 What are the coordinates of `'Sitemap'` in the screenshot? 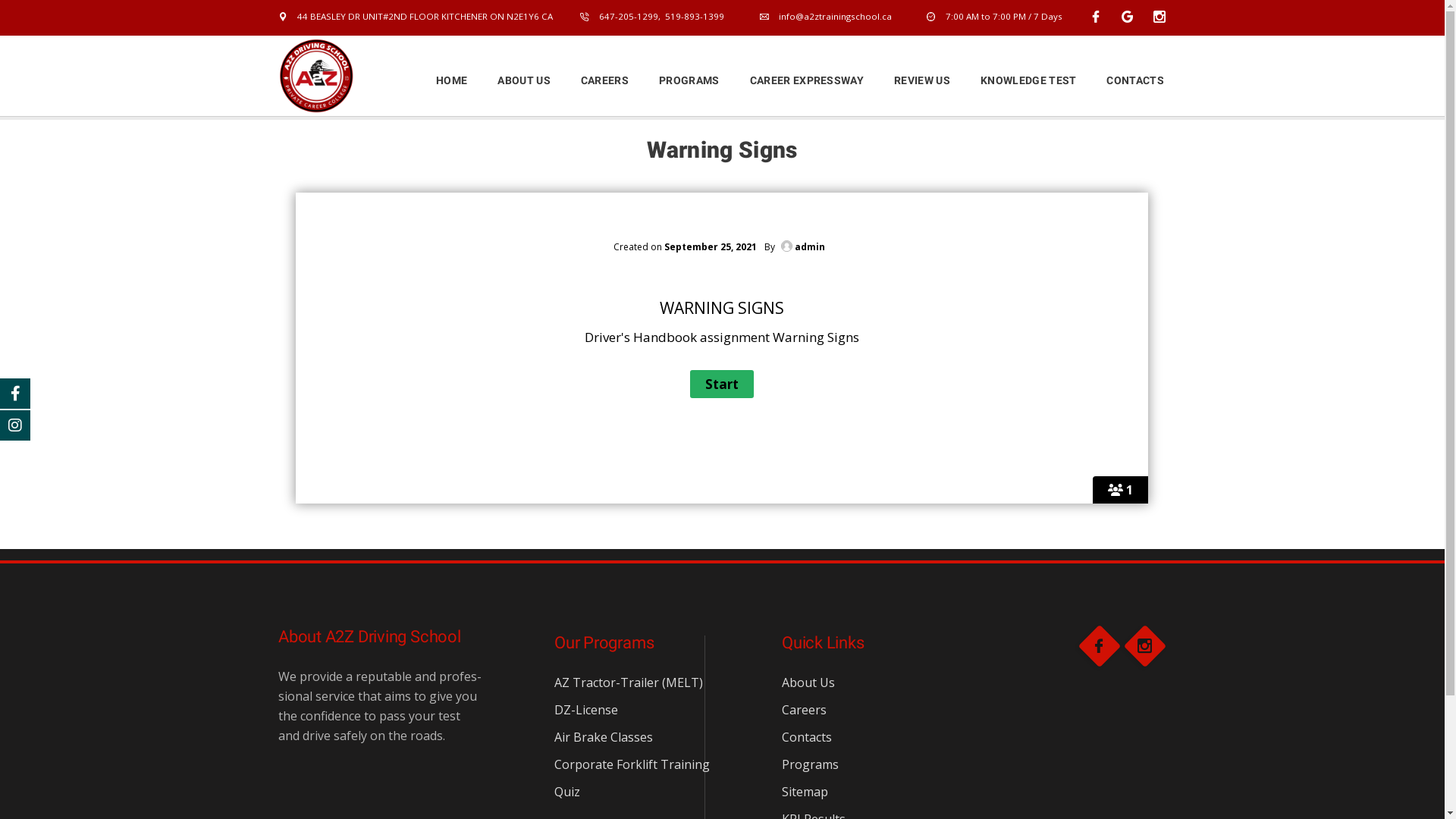 It's located at (804, 791).